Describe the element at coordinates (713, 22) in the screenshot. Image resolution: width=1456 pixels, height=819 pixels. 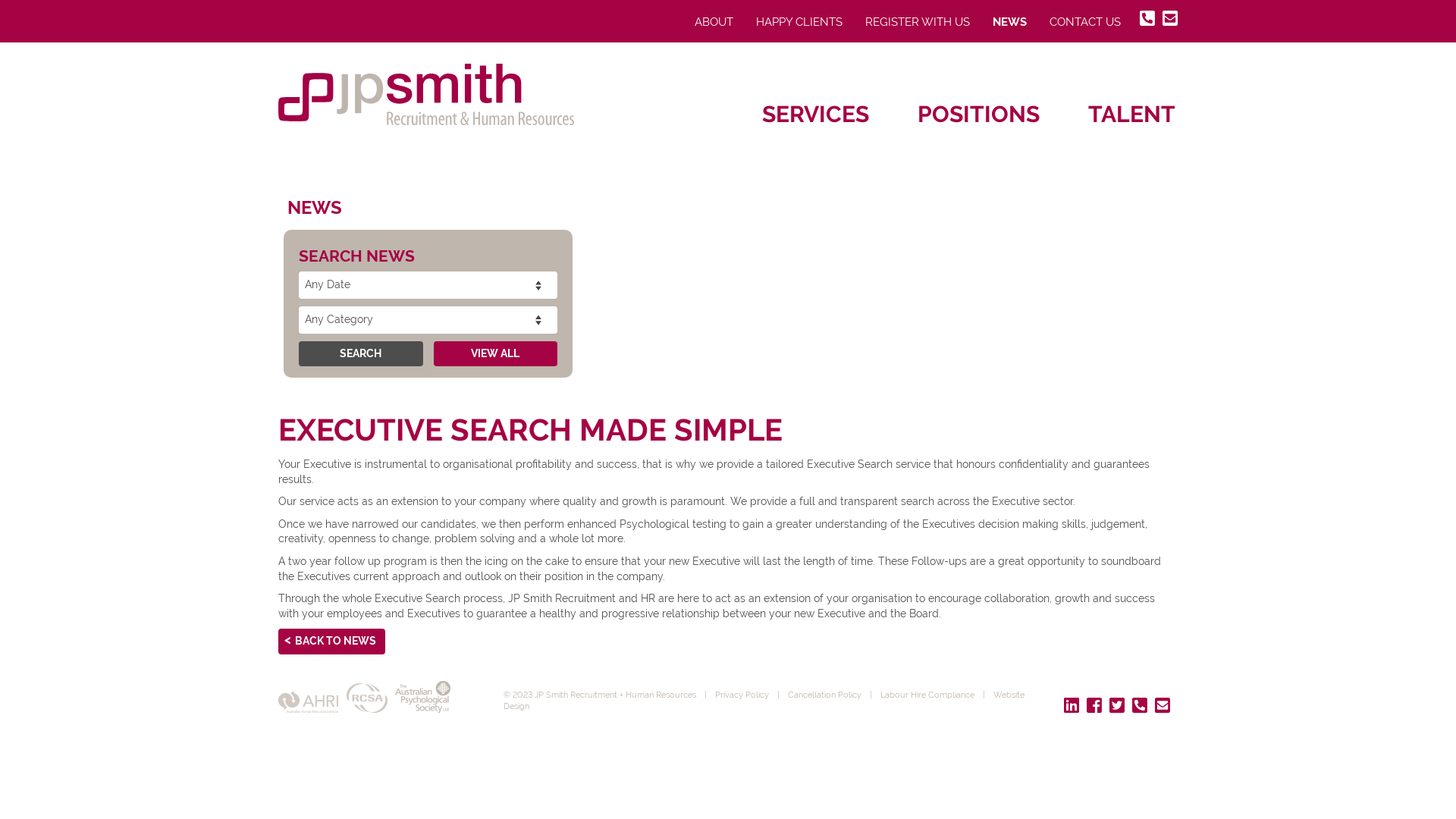
I see `'ABOUT'` at that location.